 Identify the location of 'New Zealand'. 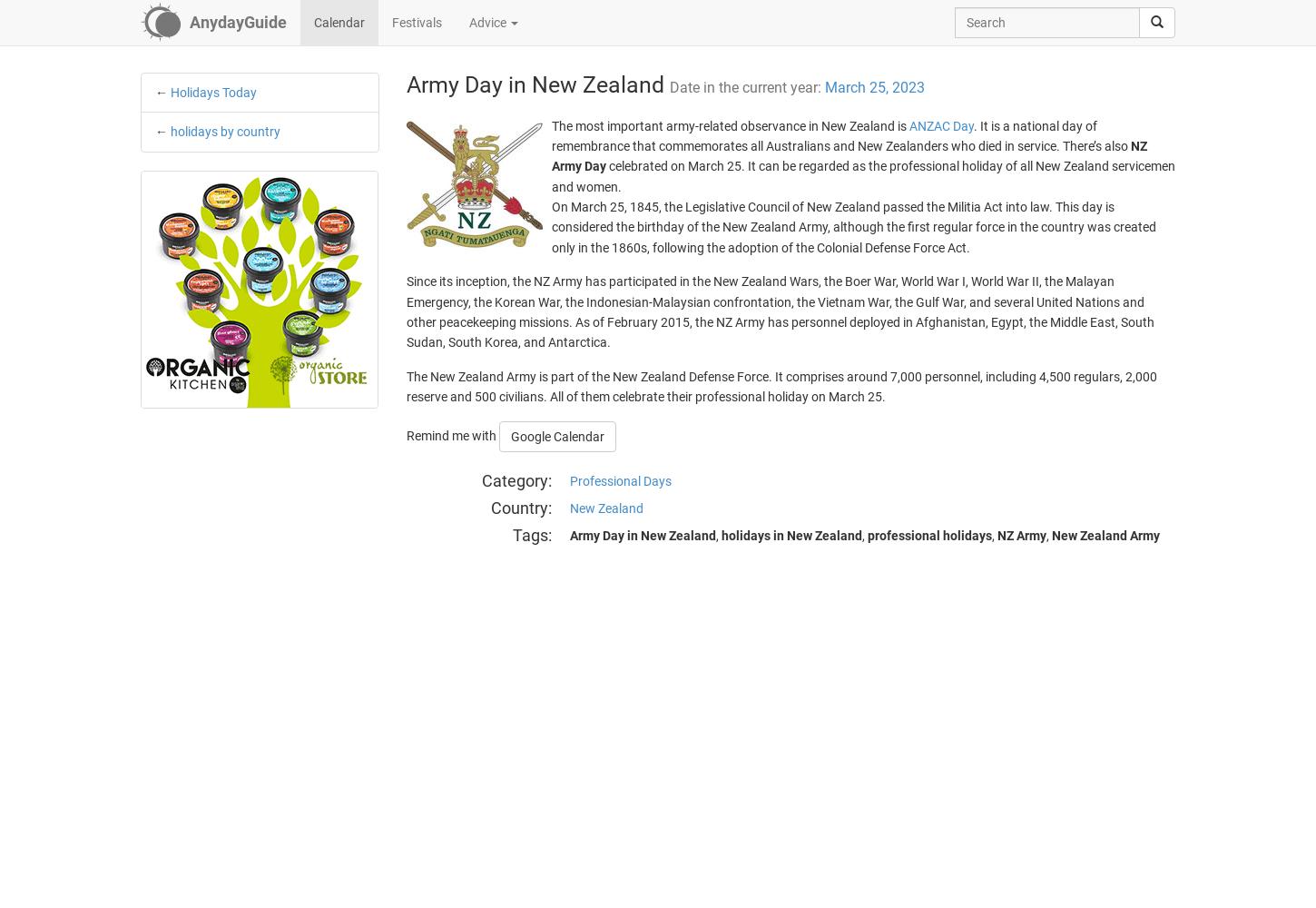
(604, 508).